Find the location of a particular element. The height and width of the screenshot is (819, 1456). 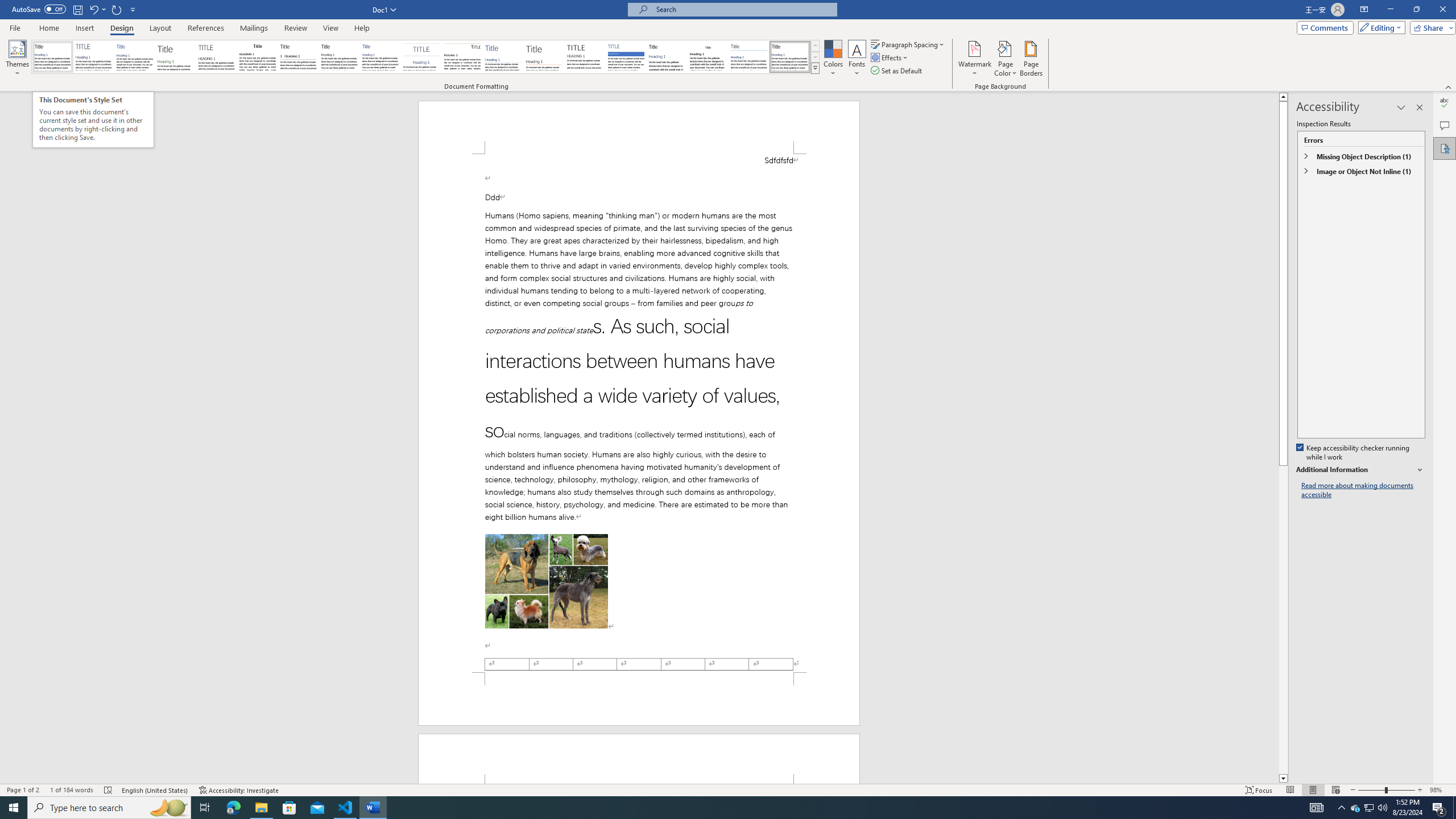

'Black & White (Numbered)' is located at coordinates (297, 56).